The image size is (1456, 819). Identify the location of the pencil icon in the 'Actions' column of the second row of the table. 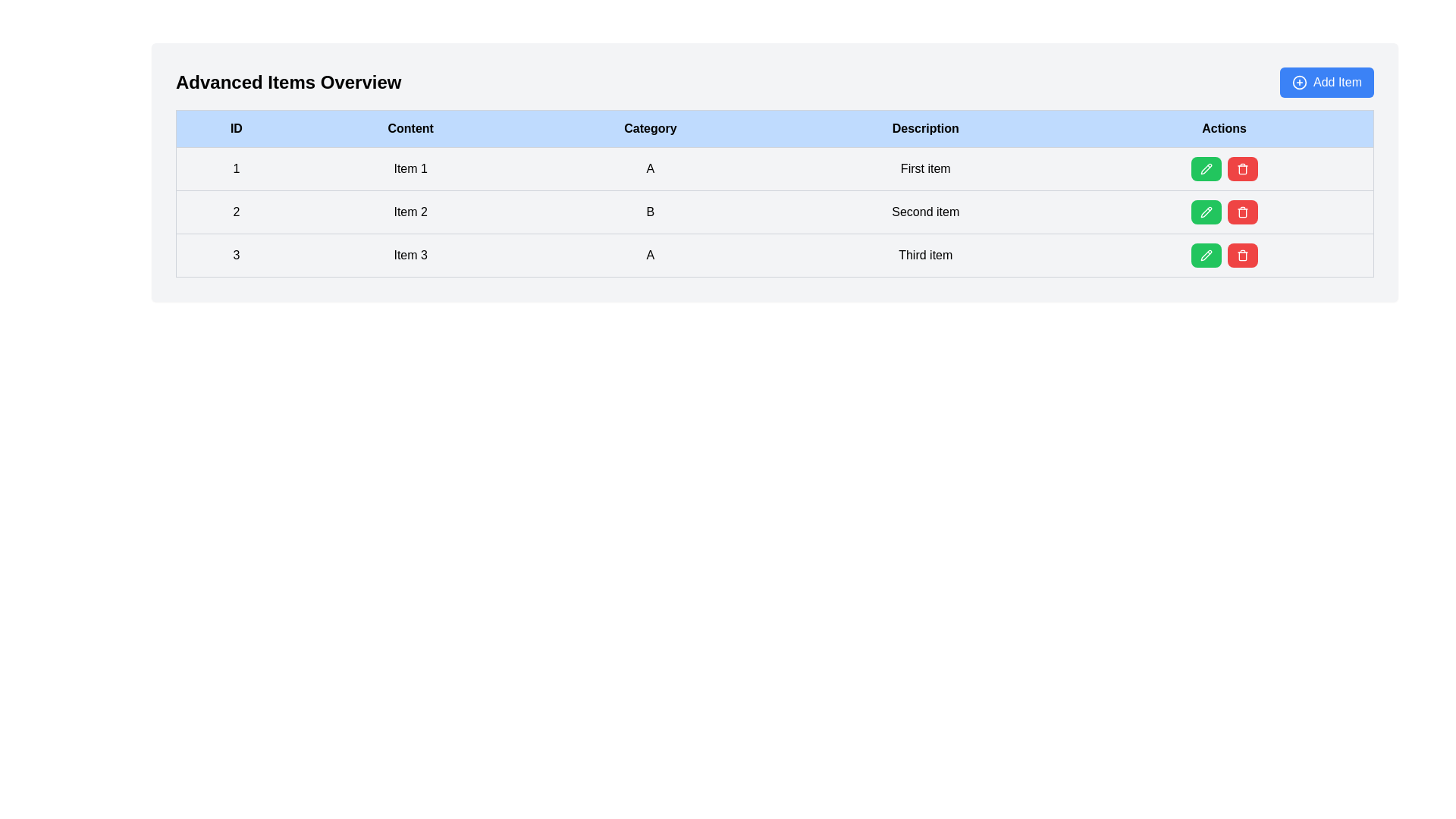
(1205, 212).